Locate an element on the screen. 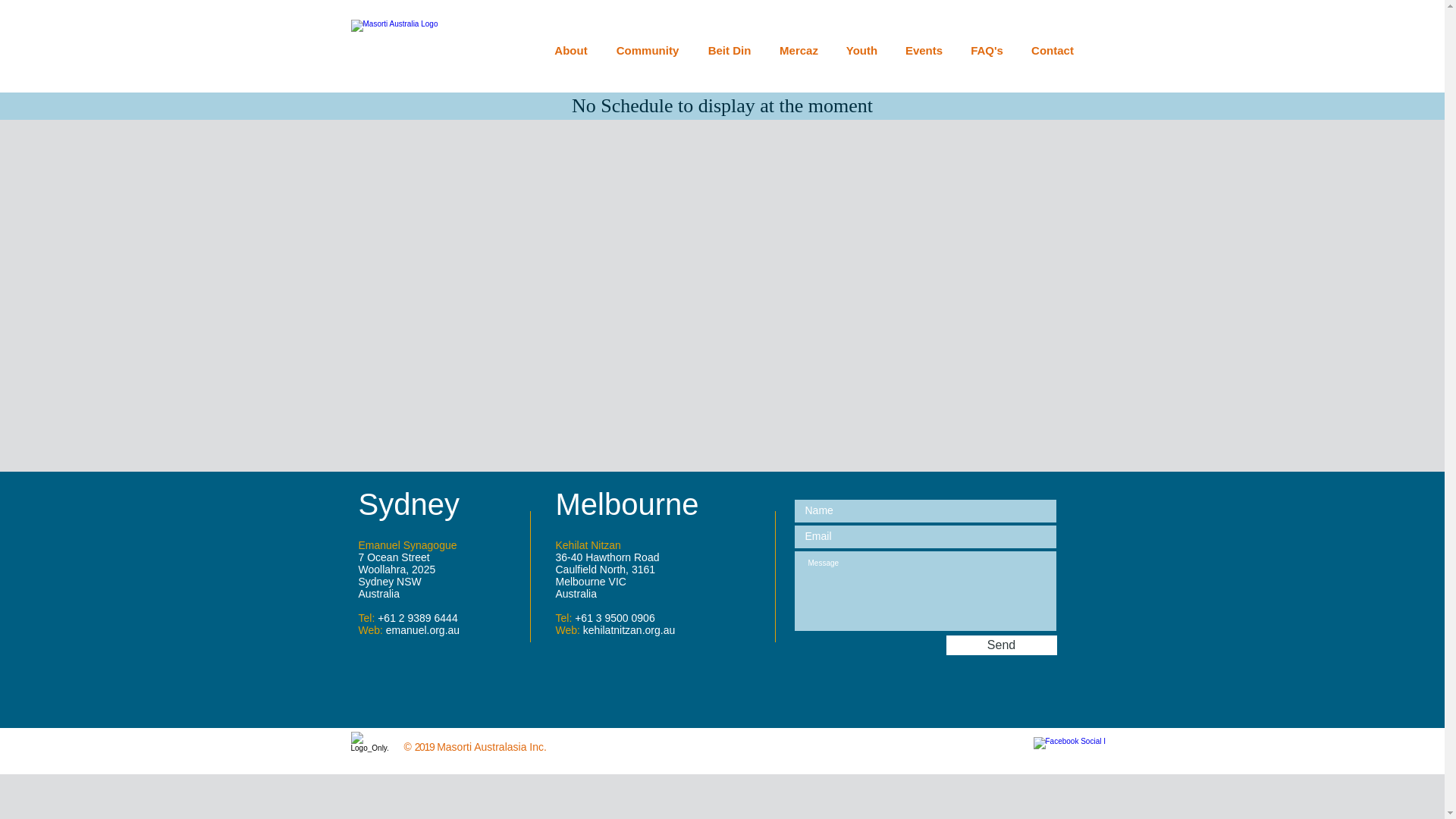  'Community' is located at coordinates (601, 49).